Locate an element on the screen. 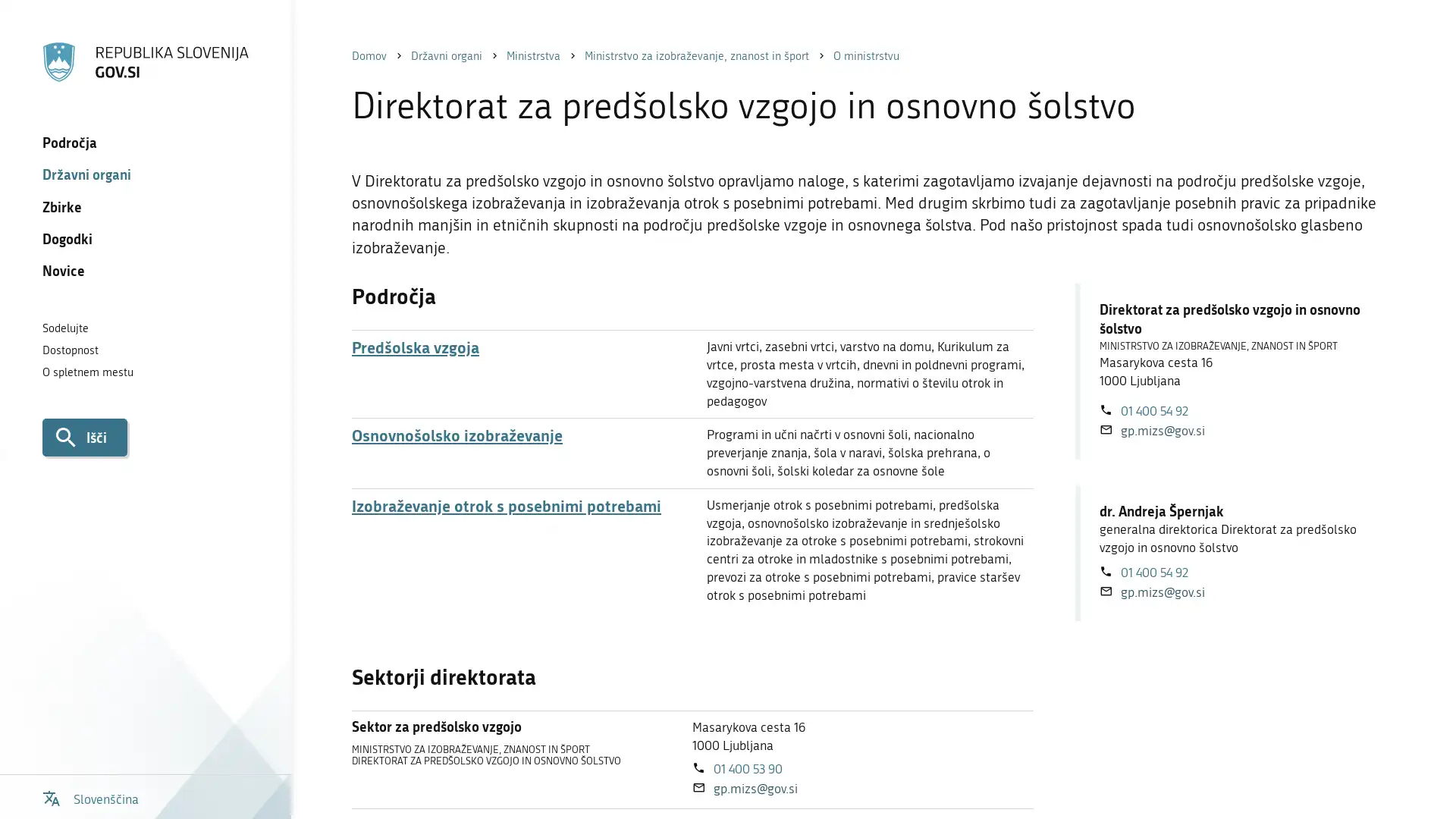 The height and width of the screenshot is (819, 1456). Zapri iskalnik is located at coordinates (1411, 37).